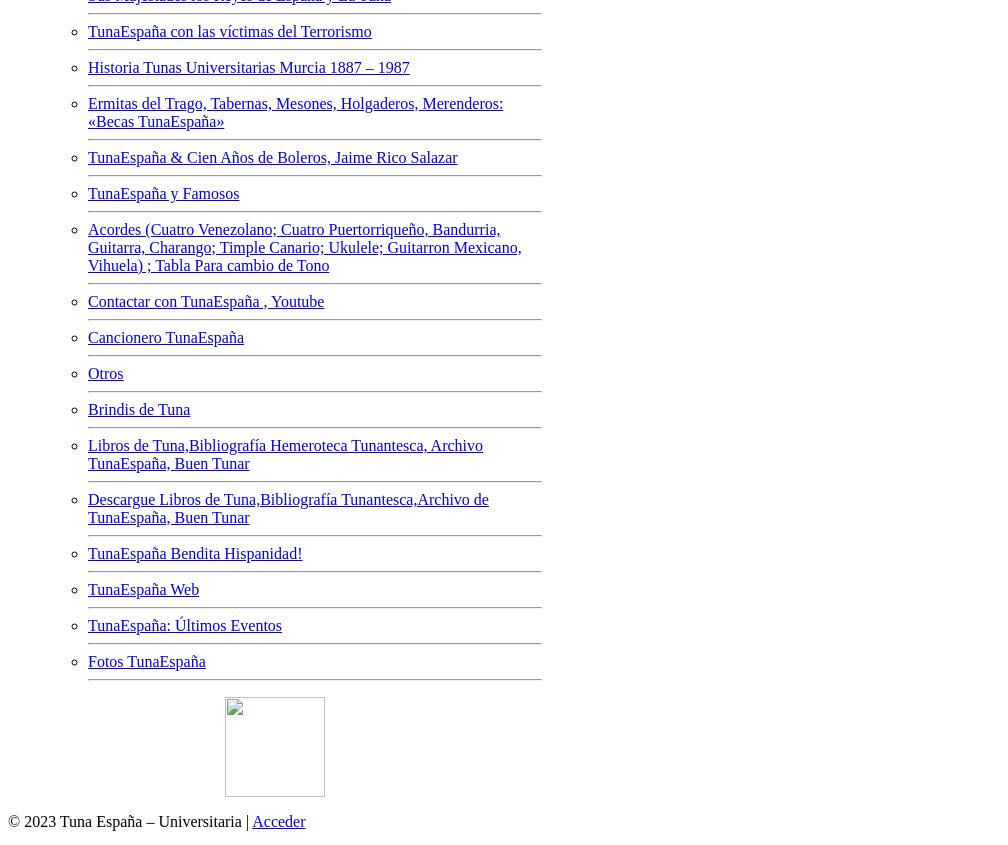 Image resolution: width=1008 pixels, height=845 pixels. What do you see at coordinates (248, 65) in the screenshot?
I see `'Historia Tunas Universitarias Murcia 1887 – 1987'` at bounding box center [248, 65].